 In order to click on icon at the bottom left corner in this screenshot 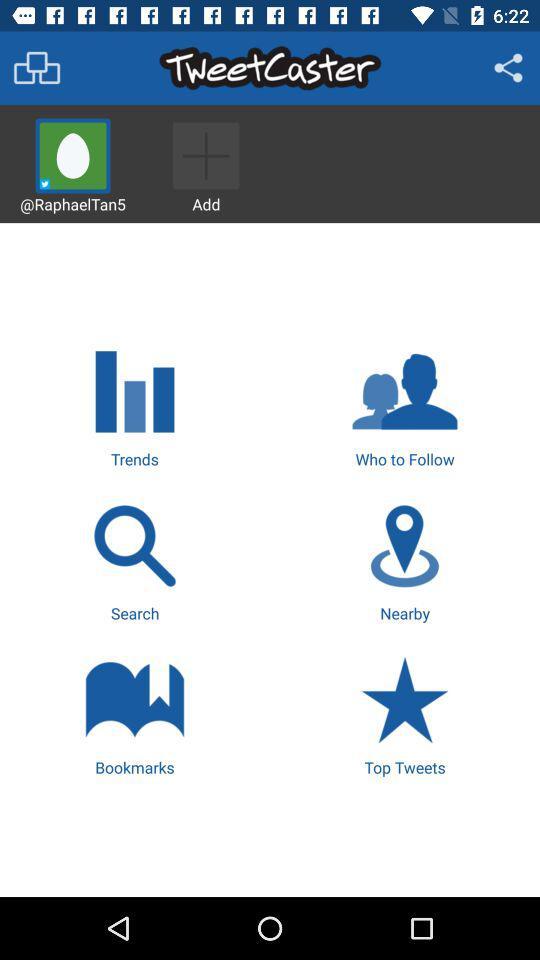, I will do `click(135, 714)`.